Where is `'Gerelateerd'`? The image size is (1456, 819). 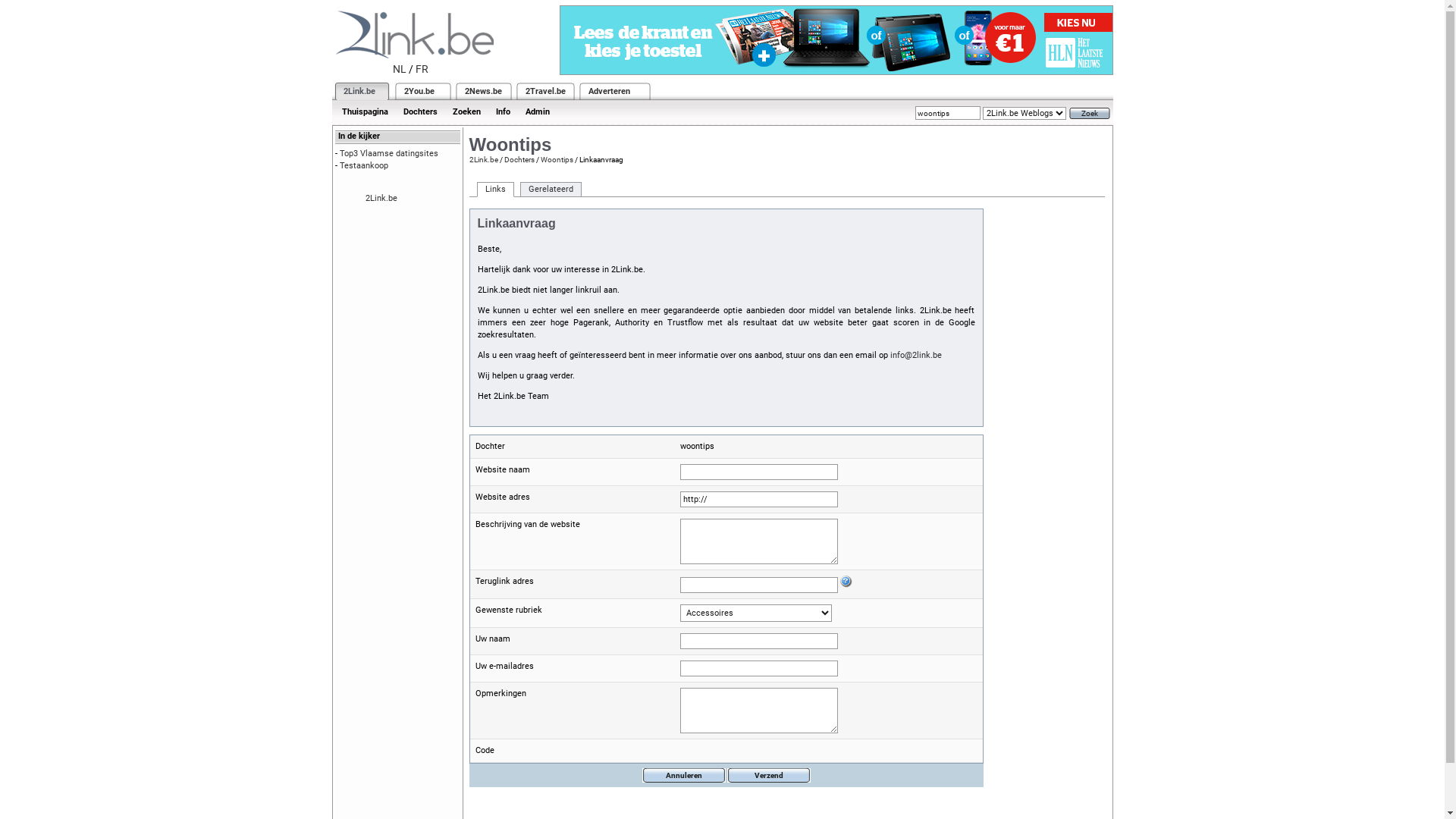 'Gerelateerd' is located at coordinates (550, 189).